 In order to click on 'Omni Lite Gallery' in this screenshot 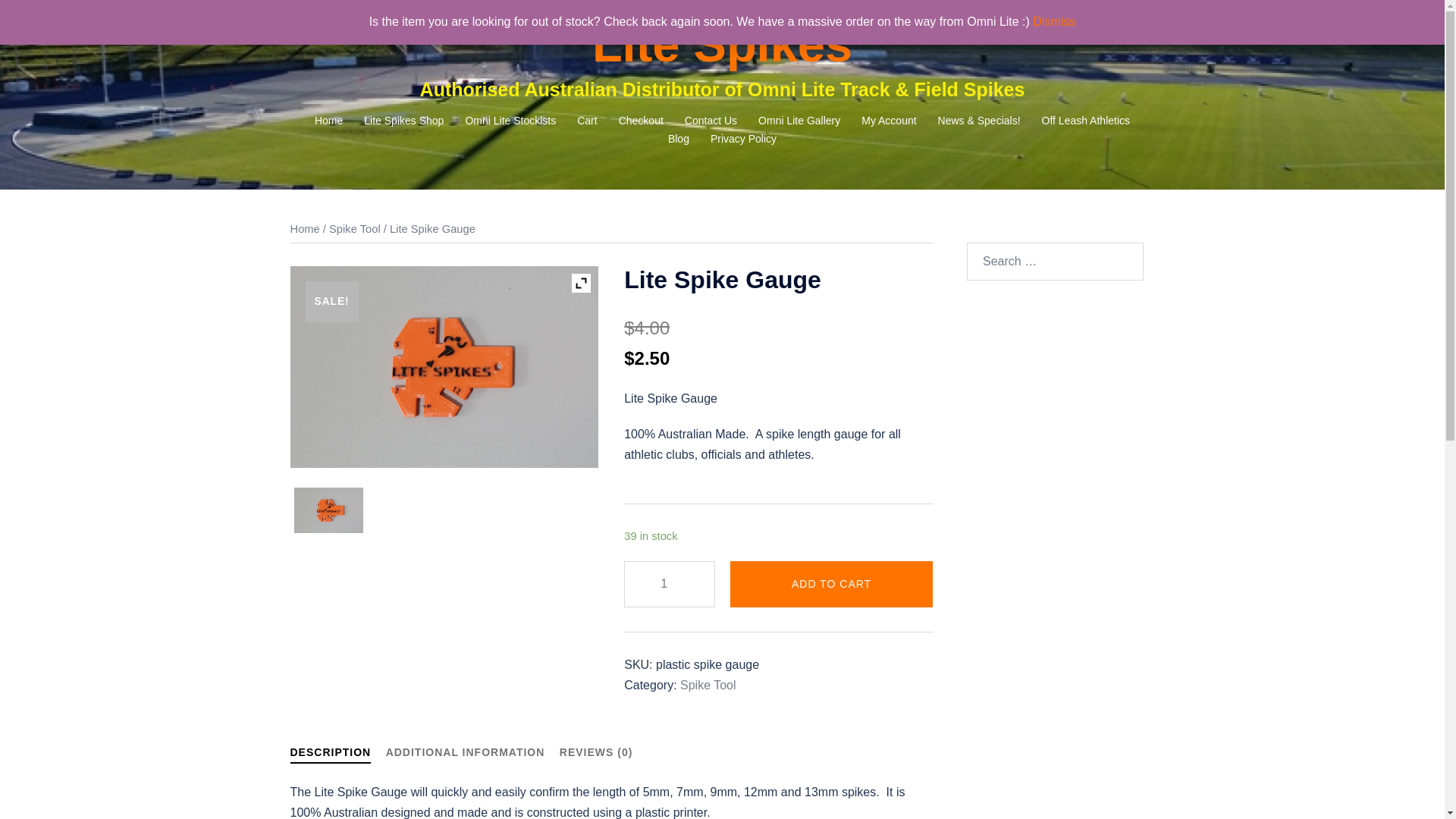, I will do `click(799, 120)`.